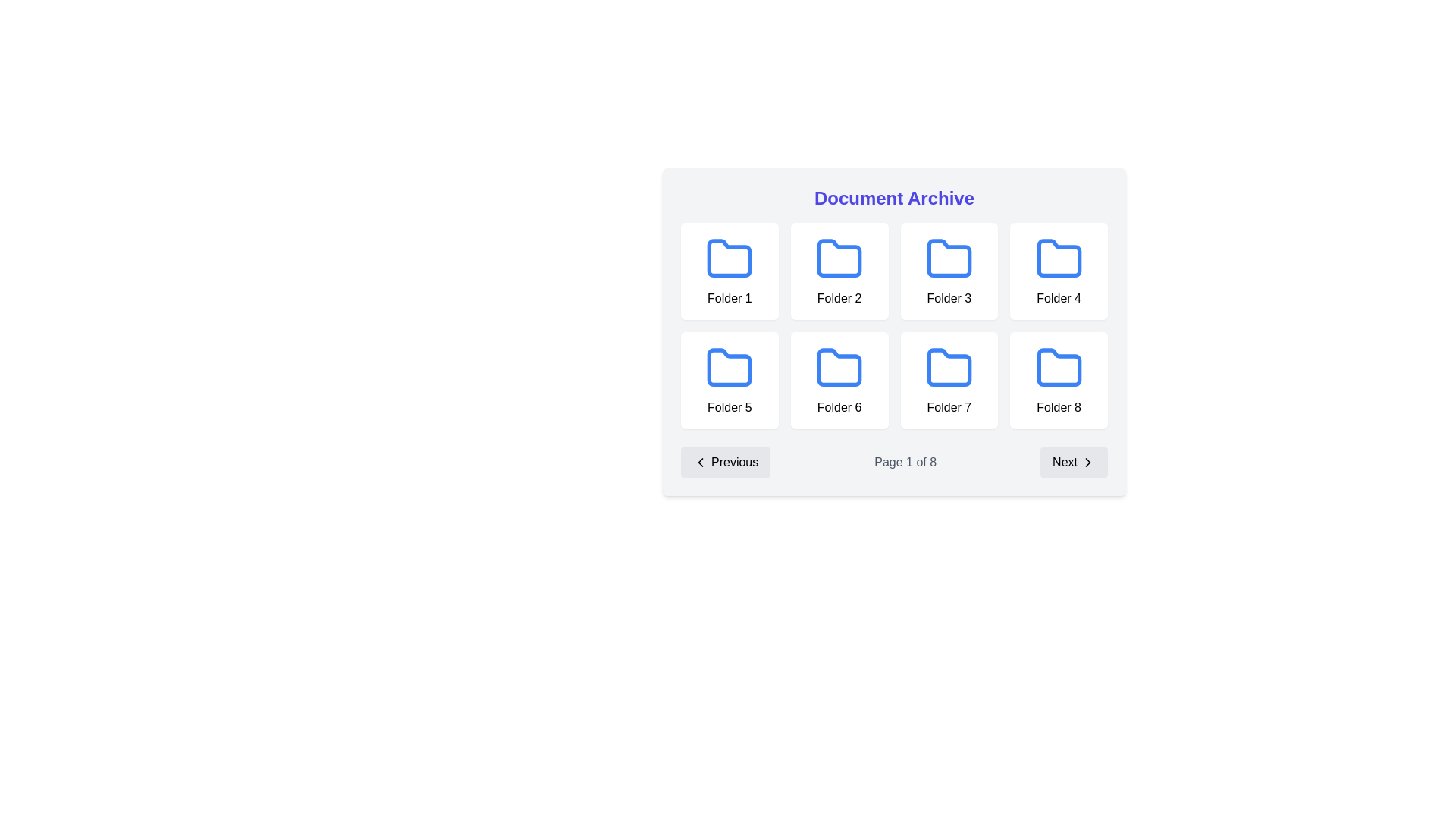  Describe the element at coordinates (1073, 461) in the screenshot. I see `the navigation button located at the far right of the bottom navigation bar to advance to the next page of content` at that location.